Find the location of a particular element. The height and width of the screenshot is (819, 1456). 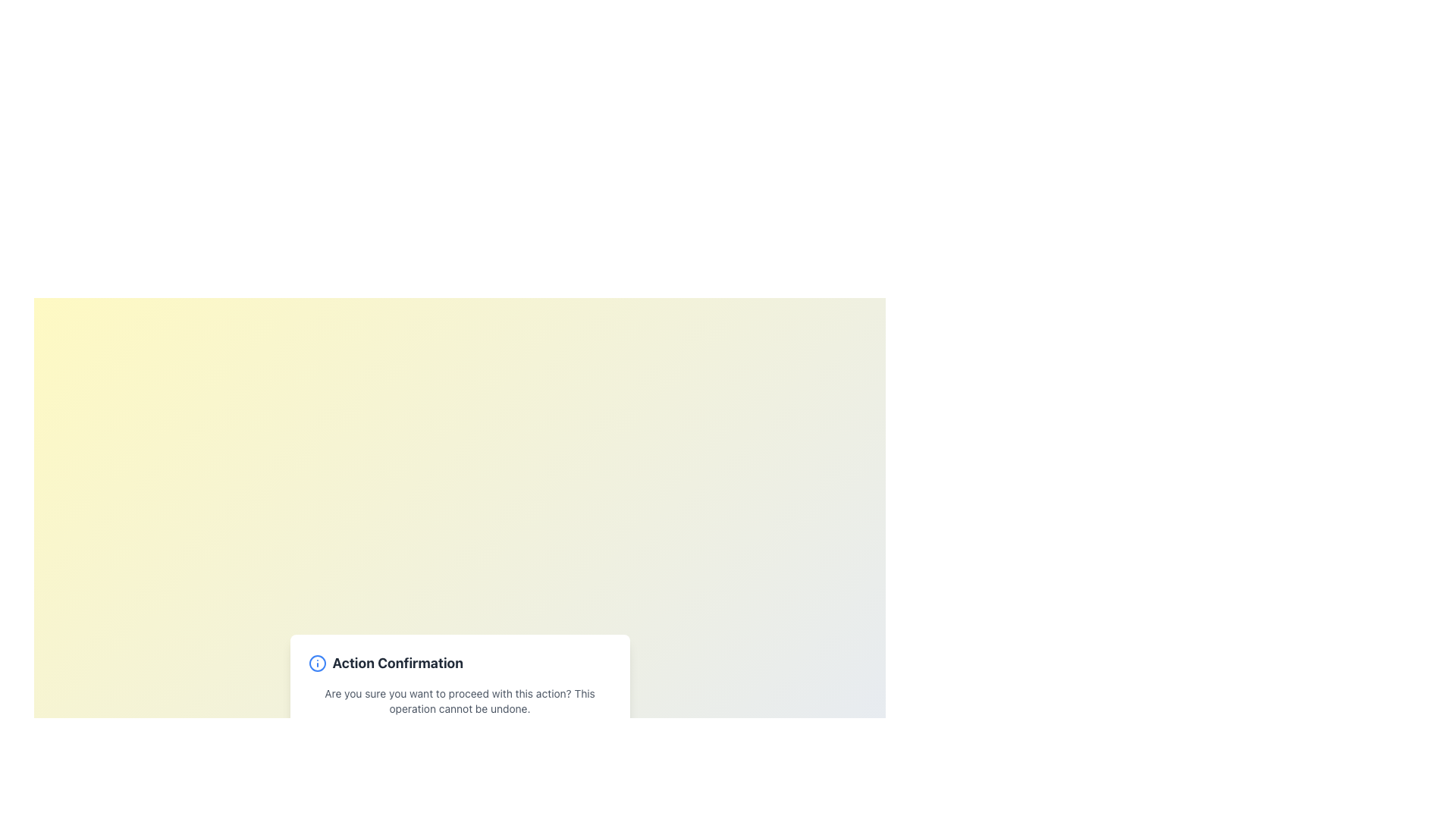

header text that says 'Action Confirmation', which is a bold and large dark gray text located in the center-bottom region of the interface is located at coordinates (397, 663).